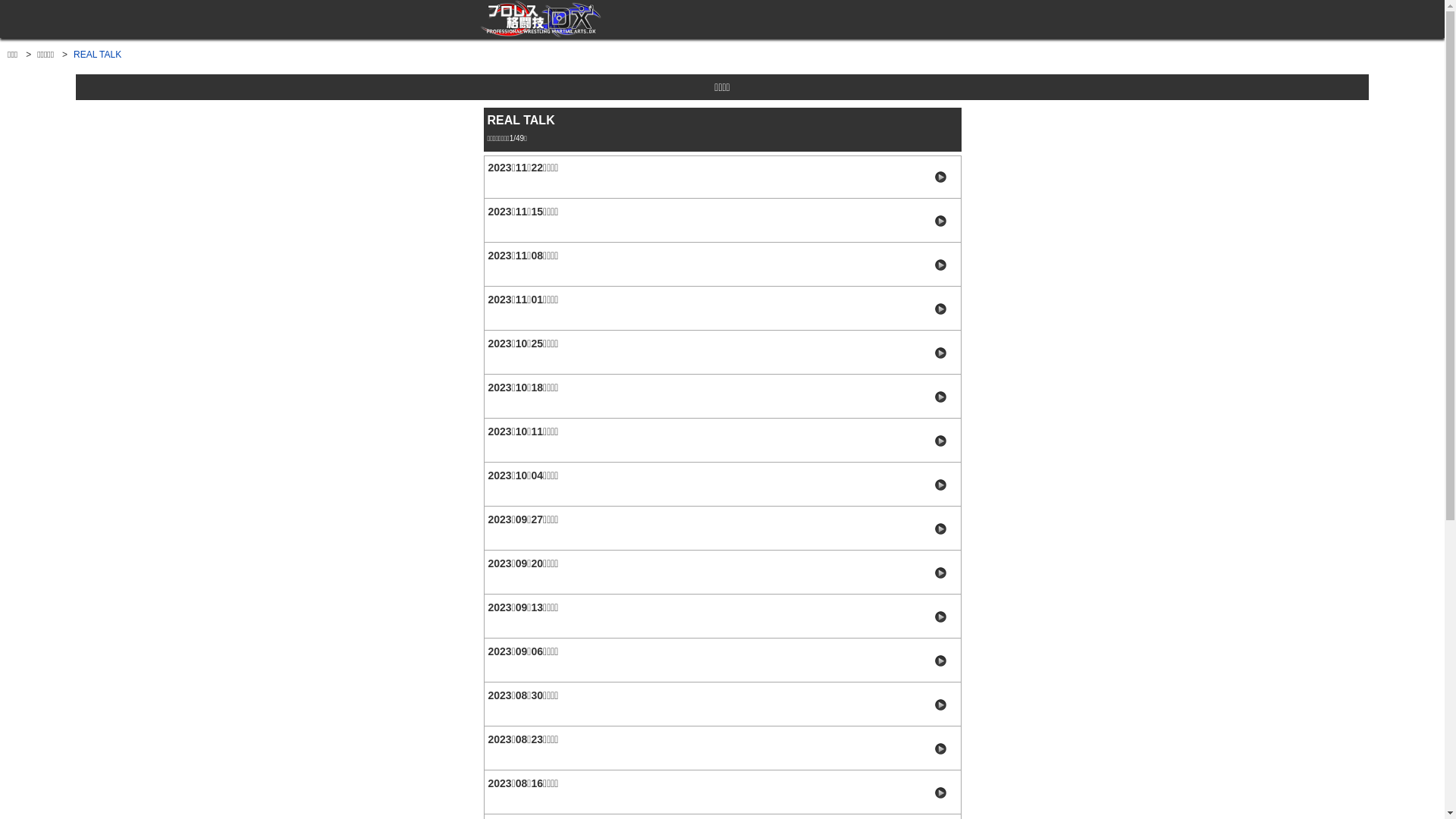 This screenshot has width=1456, height=819. Describe the element at coordinates (72, 54) in the screenshot. I see `'REAL TALK'` at that location.